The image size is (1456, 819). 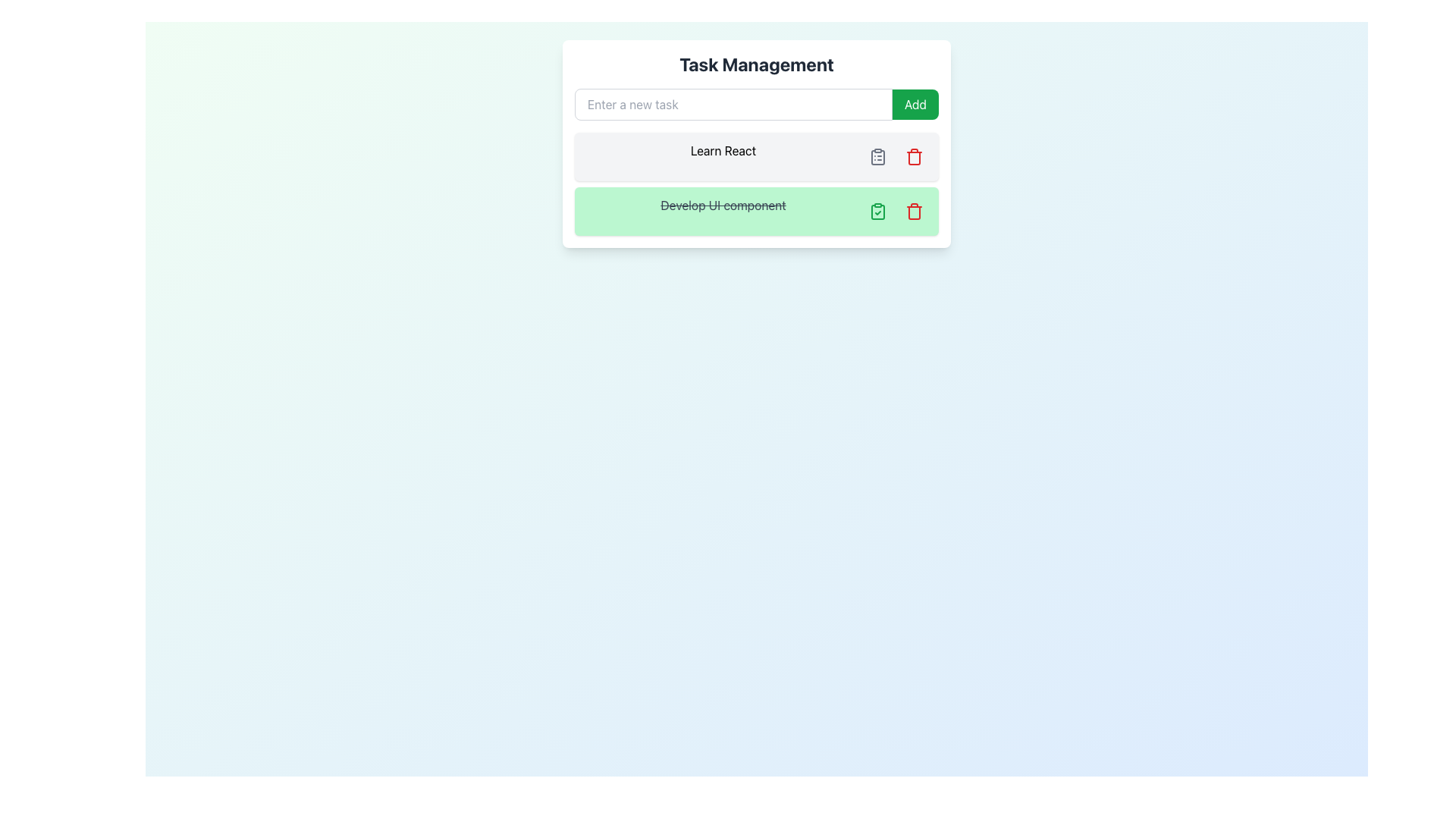 What do you see at coordinates (757, 157) in the screenshot?
I see `title of the first task item in the task management interface, which is positioned above the 'Develop UI component' item` at bounding box center [757, 157].